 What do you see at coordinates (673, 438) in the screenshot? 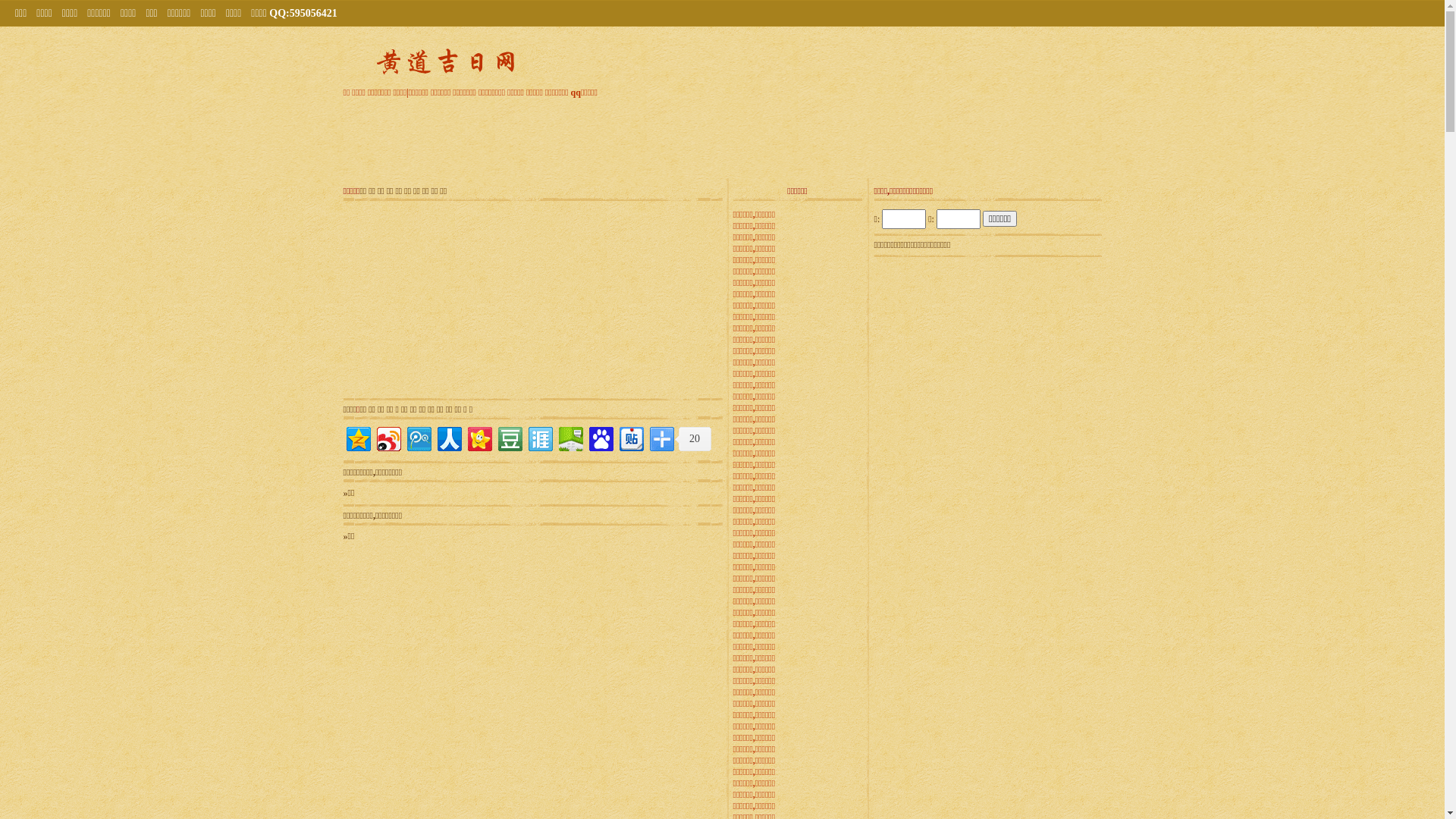
I see `'20'` at bounding box center [673, 438].